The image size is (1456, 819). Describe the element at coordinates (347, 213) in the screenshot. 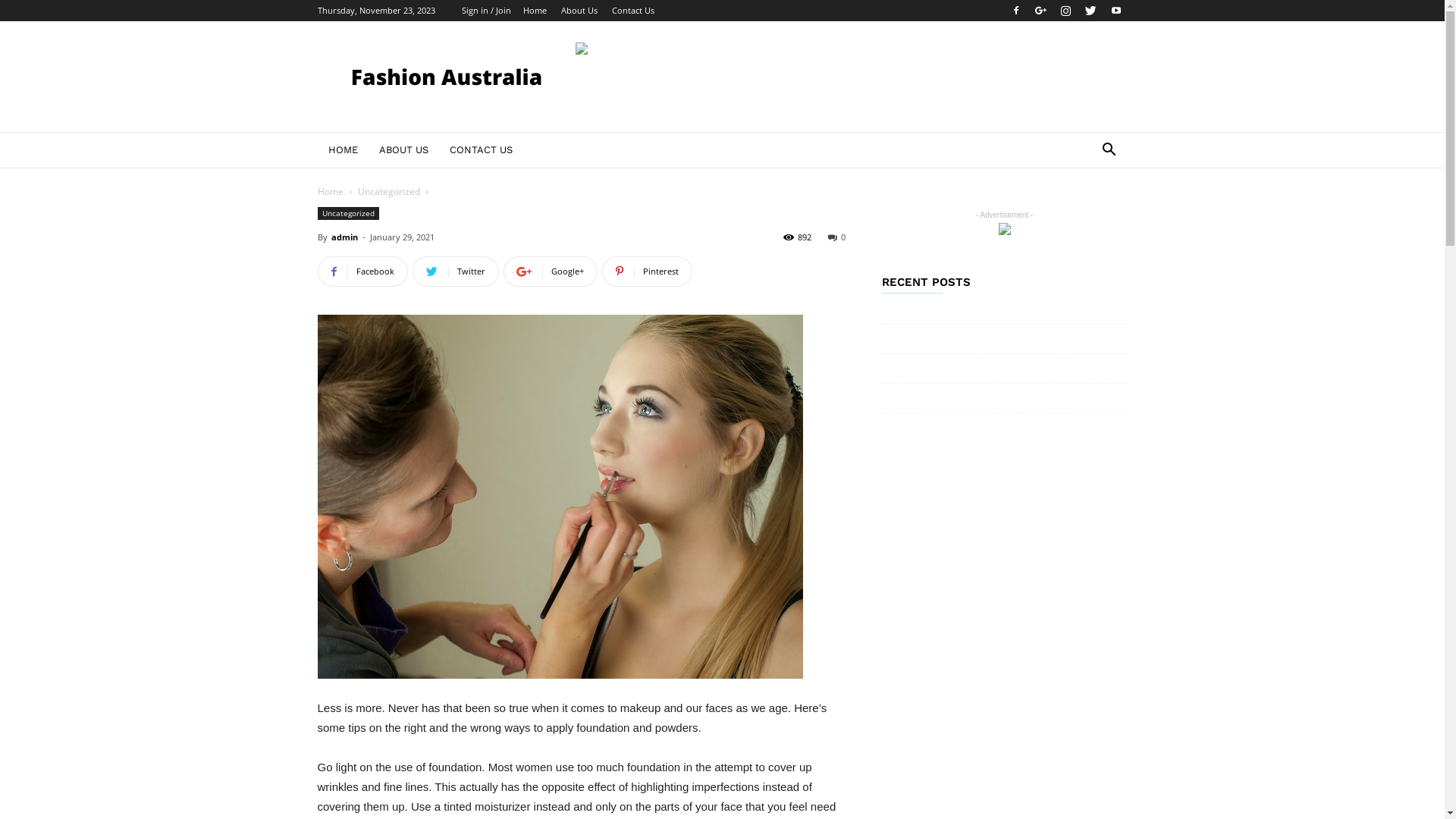

I see `'Uncategorized'` at that location.